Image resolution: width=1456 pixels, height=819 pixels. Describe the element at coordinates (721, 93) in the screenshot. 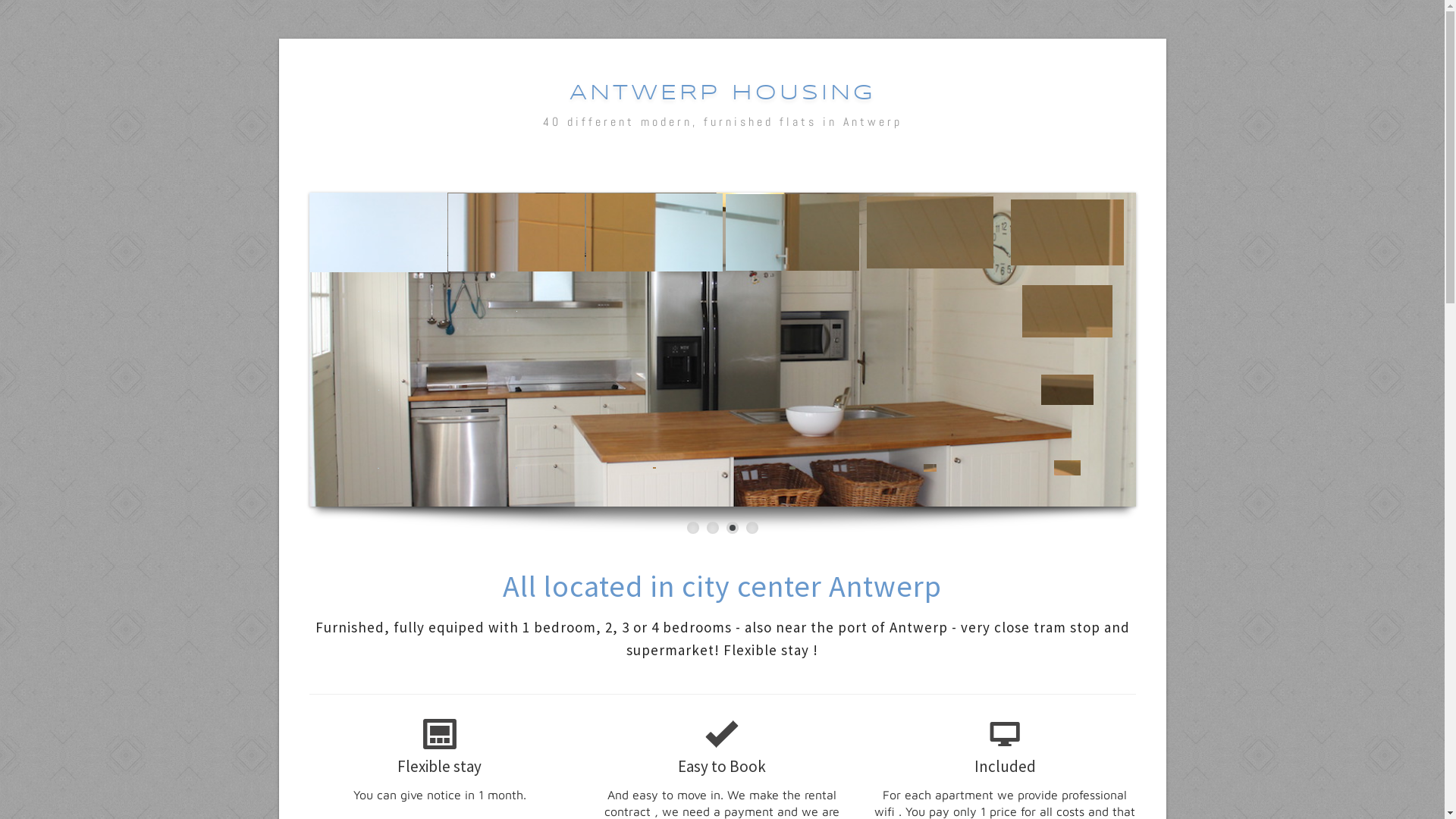

I see `'ANTWERP HOUSING'` at that location.